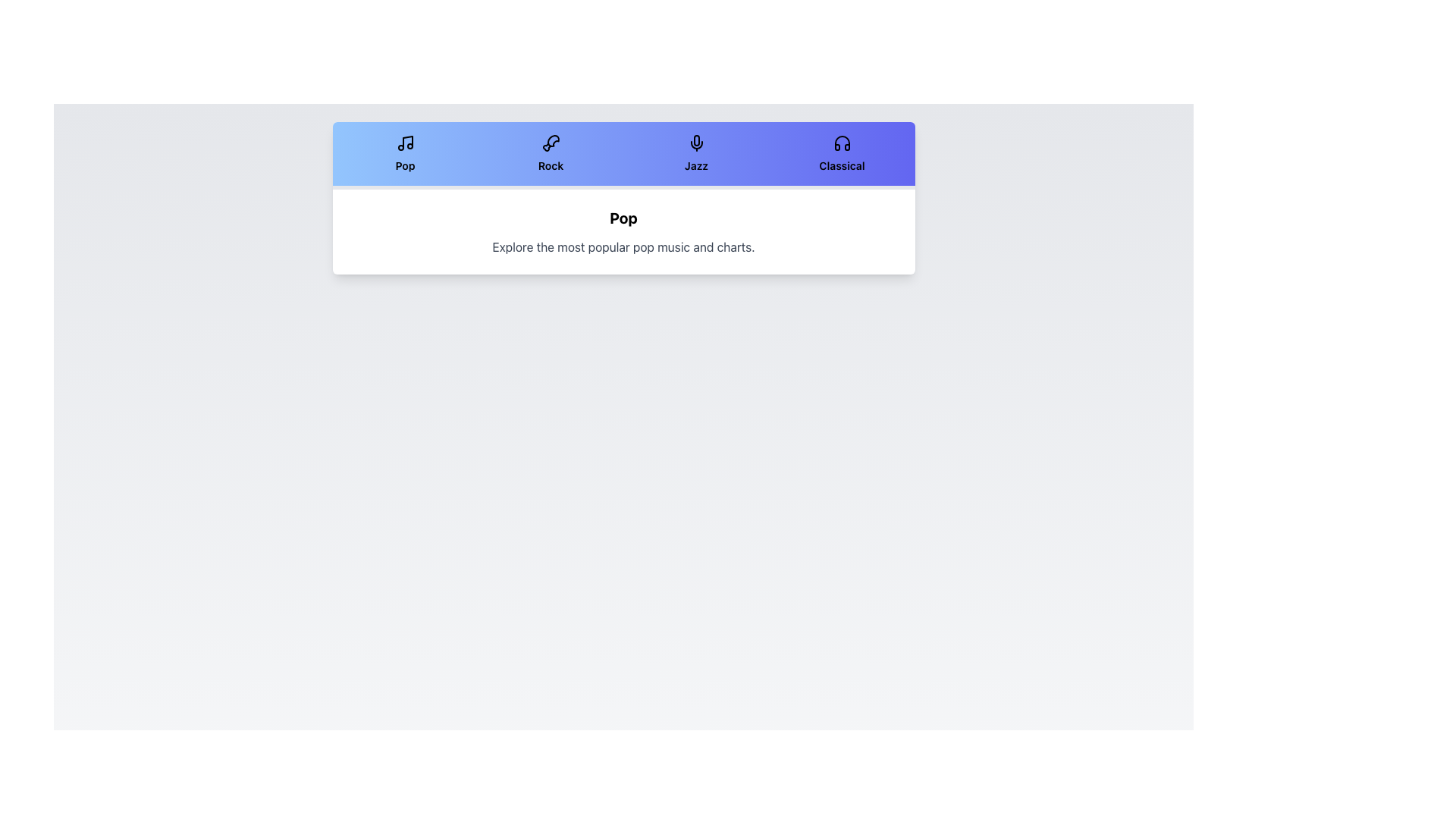 The image size is (1456, 819). Describe the element at coordinates (405, 143) in the screenshot. I see `the musical note SVG icon located in the top-left section of the navigation menu, above the label 'Pop'. This icon is the first among a sequence of music genre icons` at that location.